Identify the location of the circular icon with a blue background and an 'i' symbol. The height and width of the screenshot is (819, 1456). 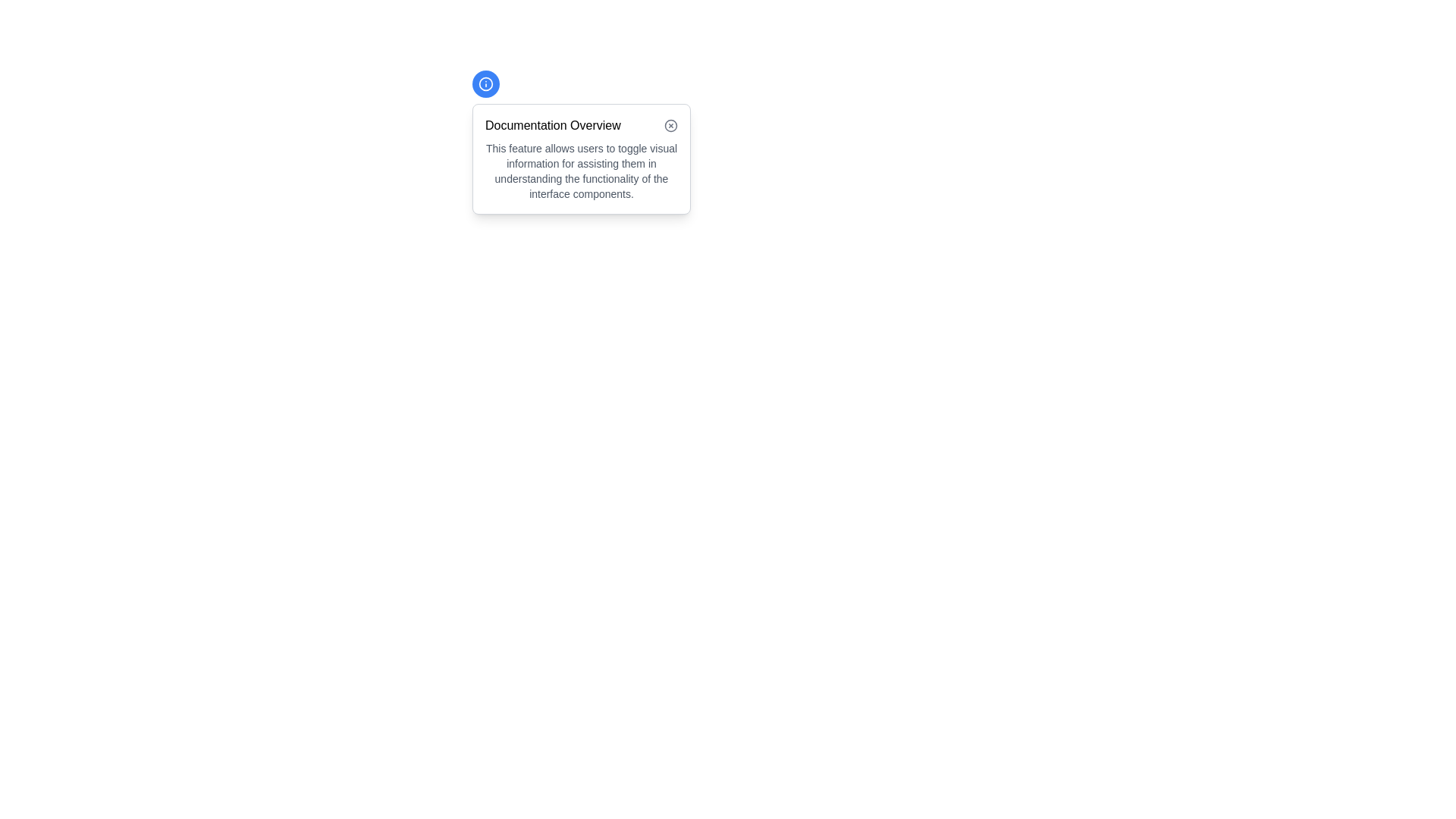
(486, 84).